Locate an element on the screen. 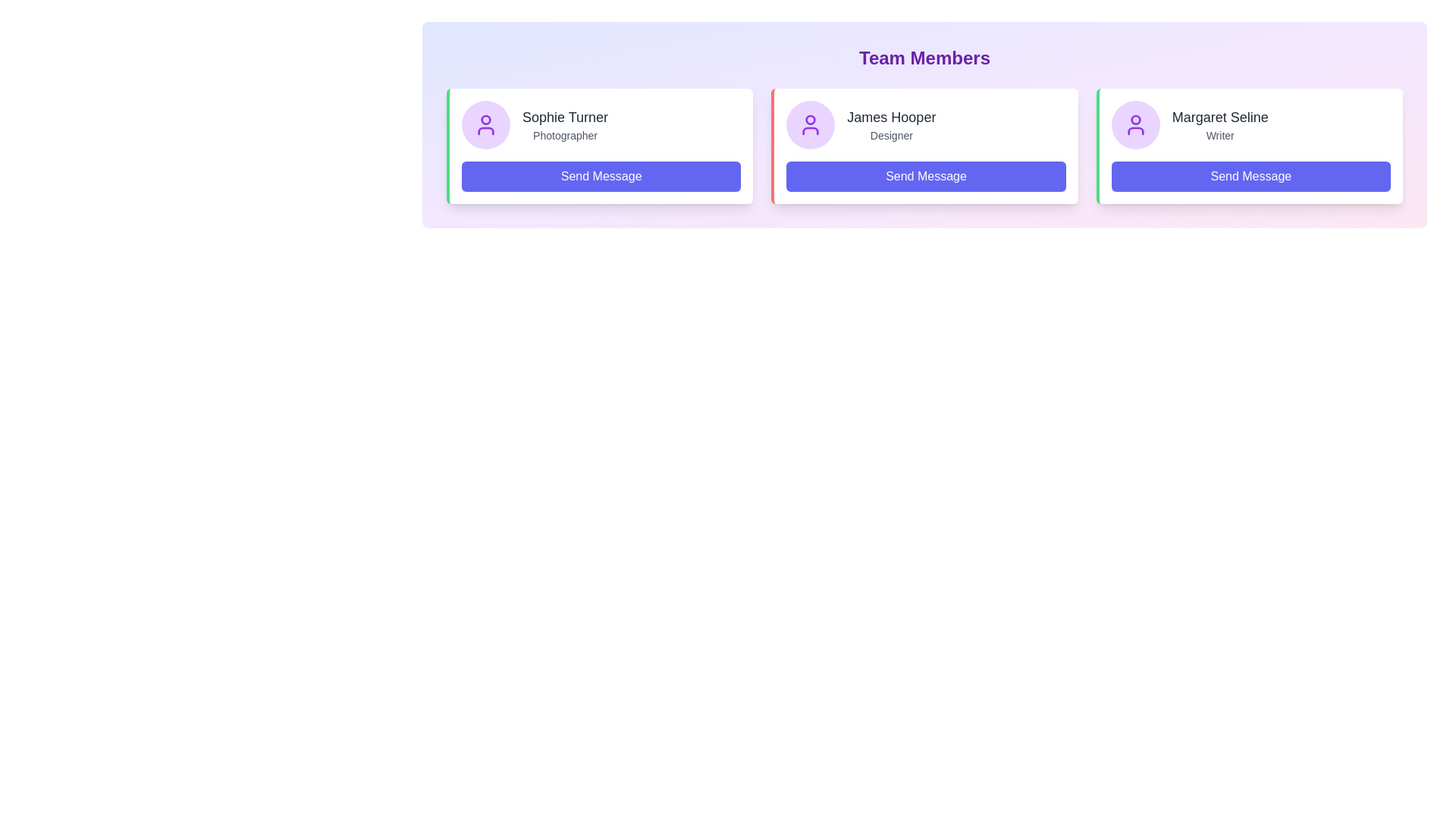  the button located at the bottom of Margaret Seline's profile card to send a message is located at coordinates (1250, 175).